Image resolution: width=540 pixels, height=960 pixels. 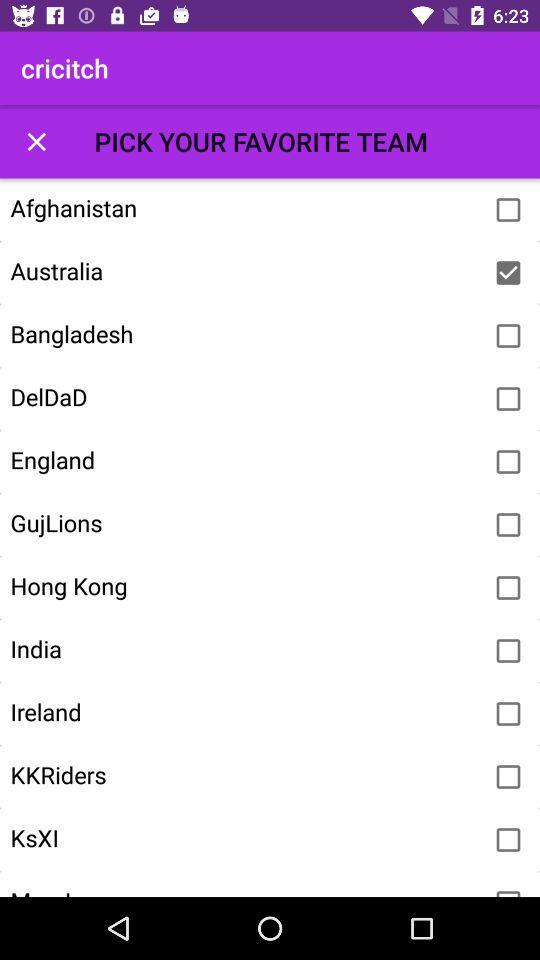 I want to click on kkriders, so click(x=508, y=776).